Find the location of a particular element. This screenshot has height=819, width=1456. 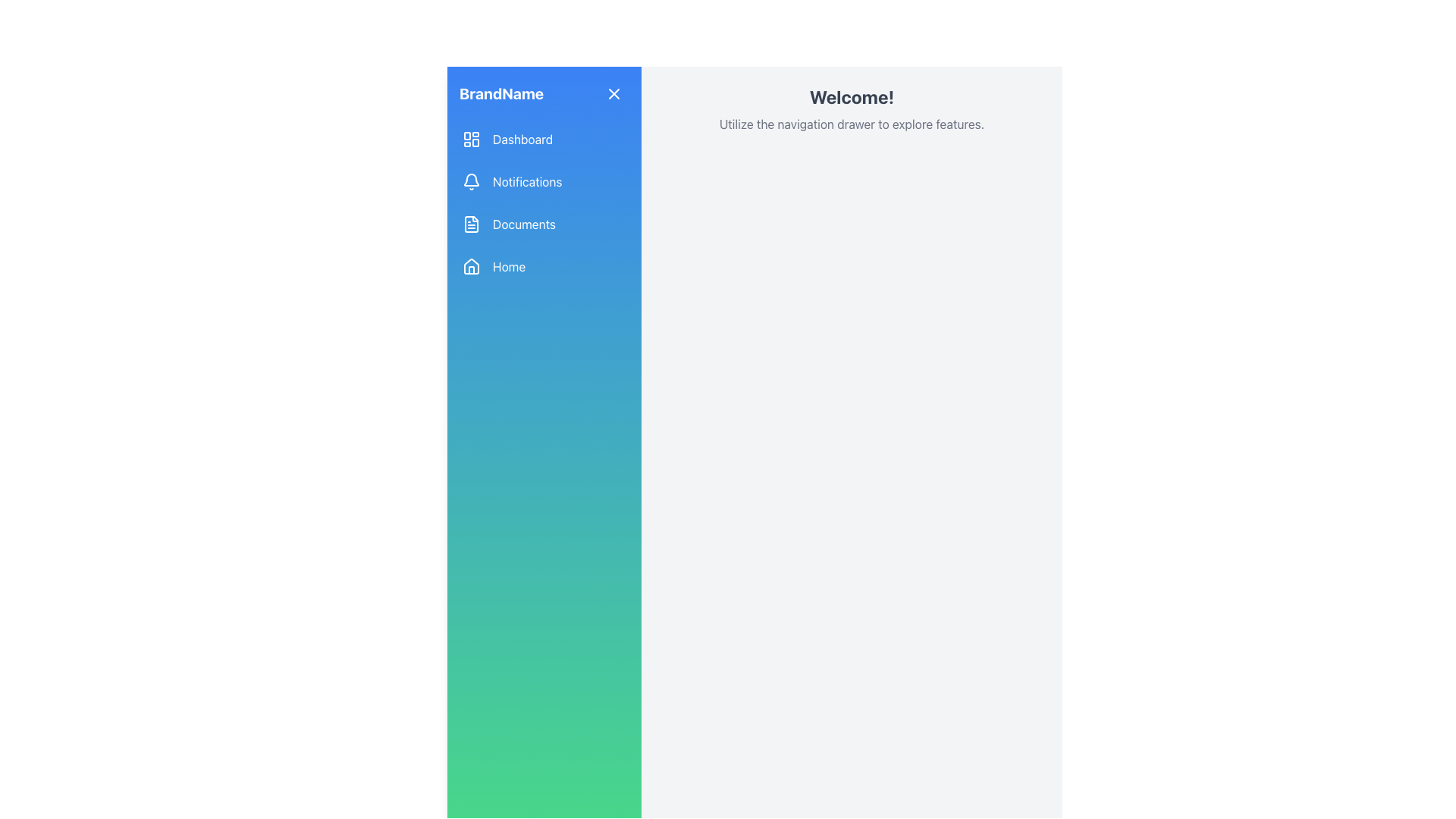

the 'Dashboard' button, which is the first entry in the vertical navigation menu located in the leftmost sidebar, featuring a blue background with white text and an icon representing a grid is located at coordinates (507, 140).